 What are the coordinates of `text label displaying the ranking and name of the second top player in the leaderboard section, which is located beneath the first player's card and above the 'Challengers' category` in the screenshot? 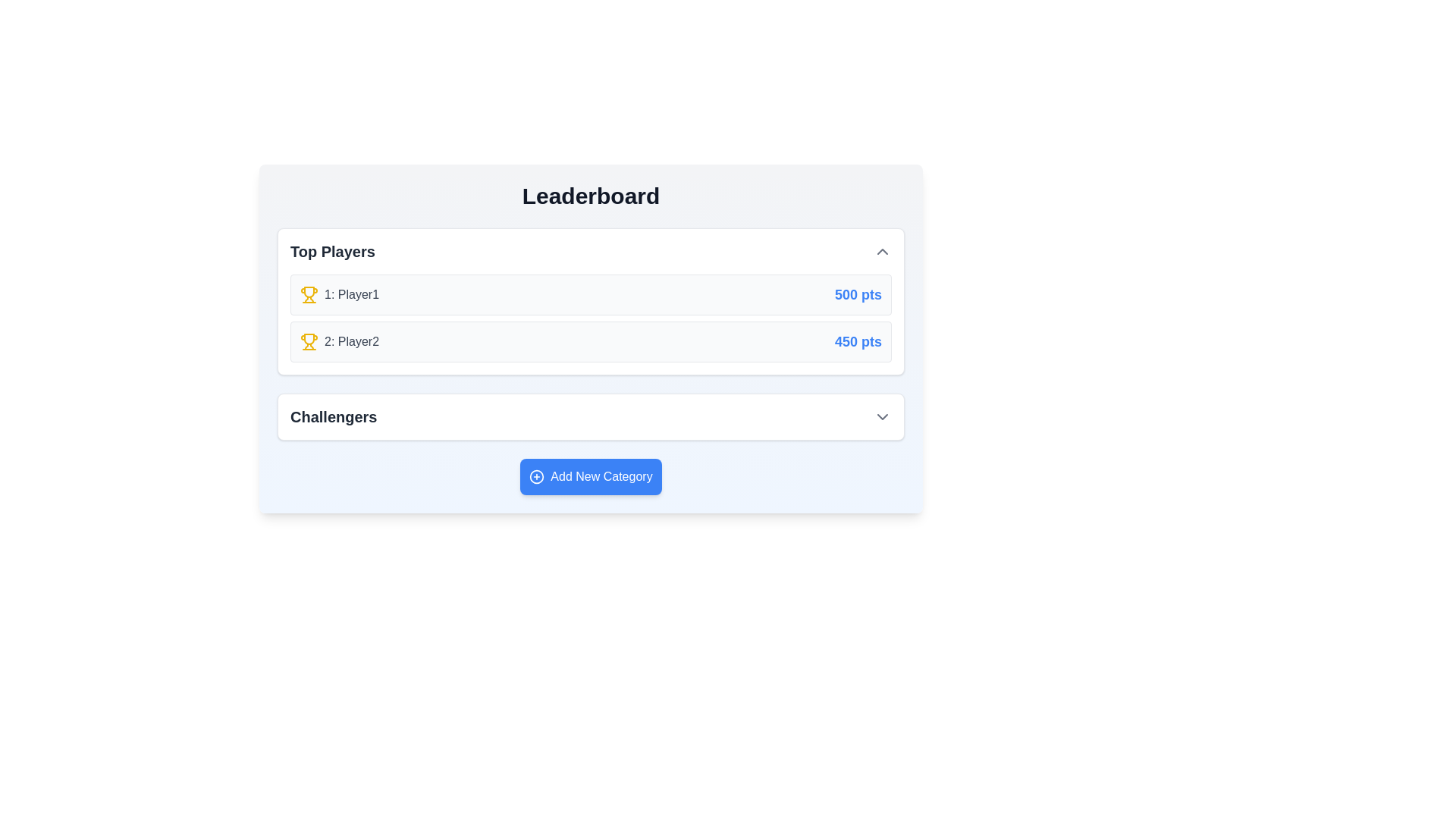 It's located at (338, 342).